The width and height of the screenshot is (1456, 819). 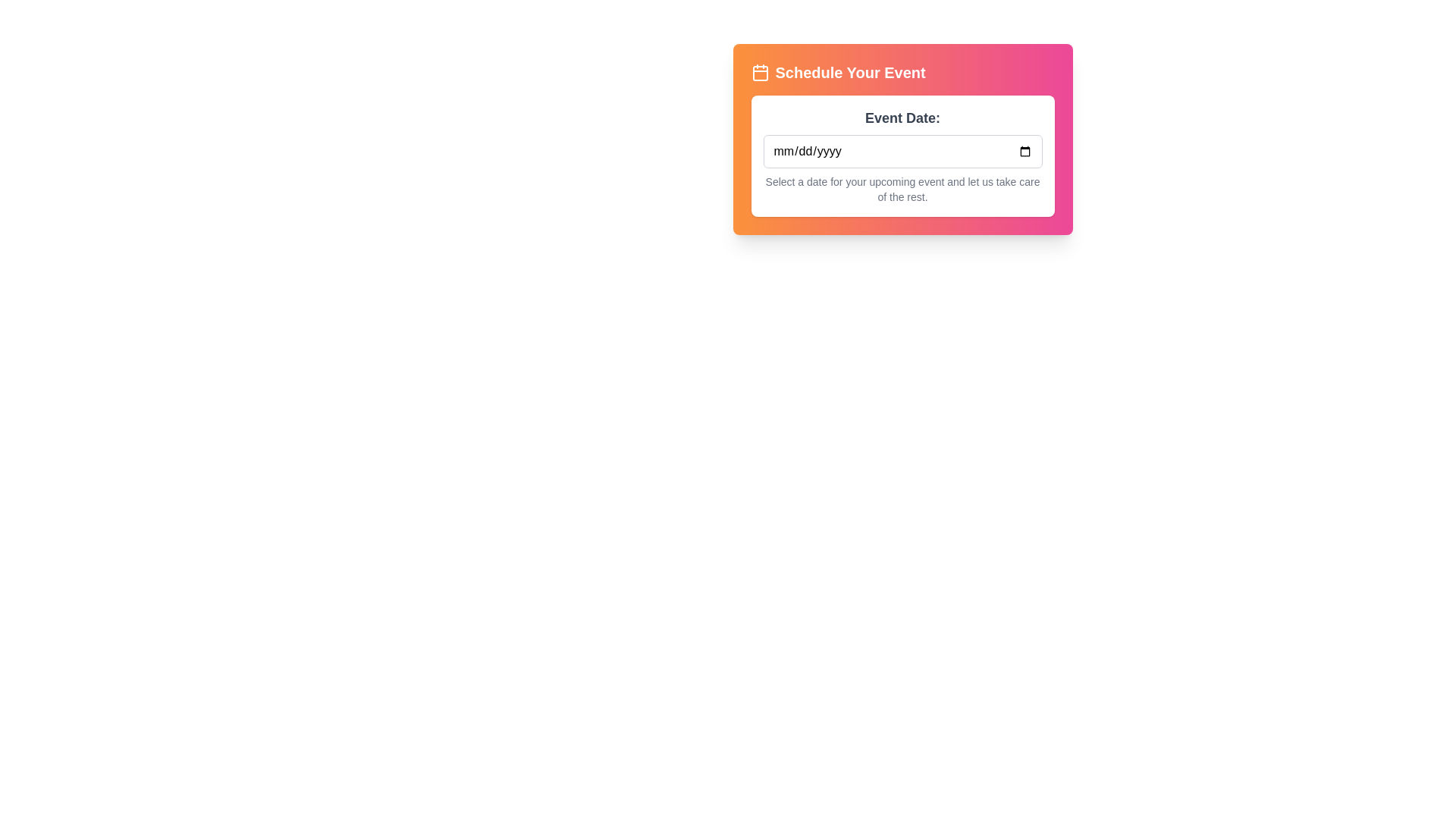 What do you see at coordinates (760, 73) in the screenshot?
I see `the rounded rectangle element with an orange fill, part of the calendar icon next to 'Schedule Your Event' in the header section` at bounding box center [760, 73].